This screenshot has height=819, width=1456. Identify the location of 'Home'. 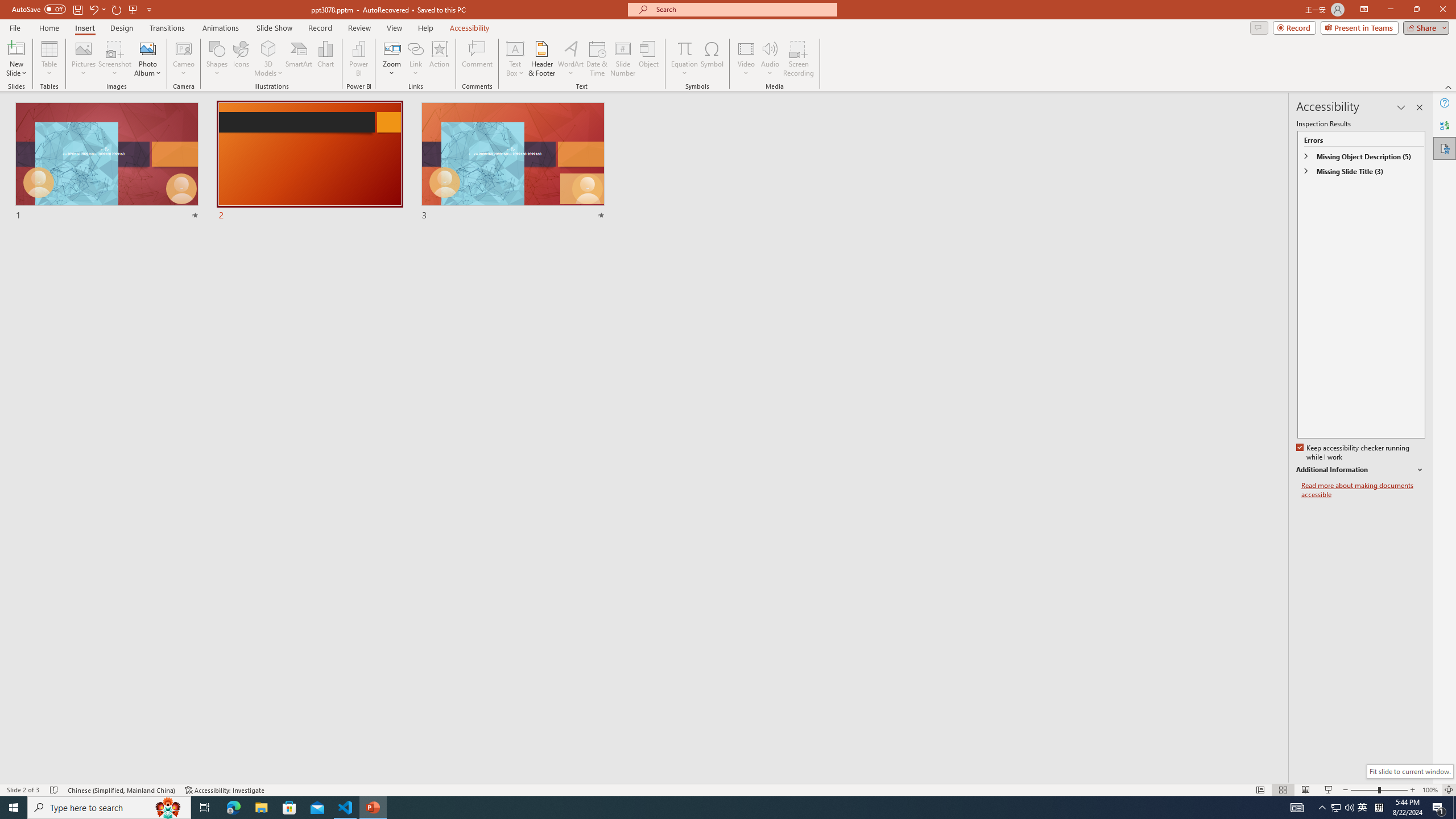
(48, 28).